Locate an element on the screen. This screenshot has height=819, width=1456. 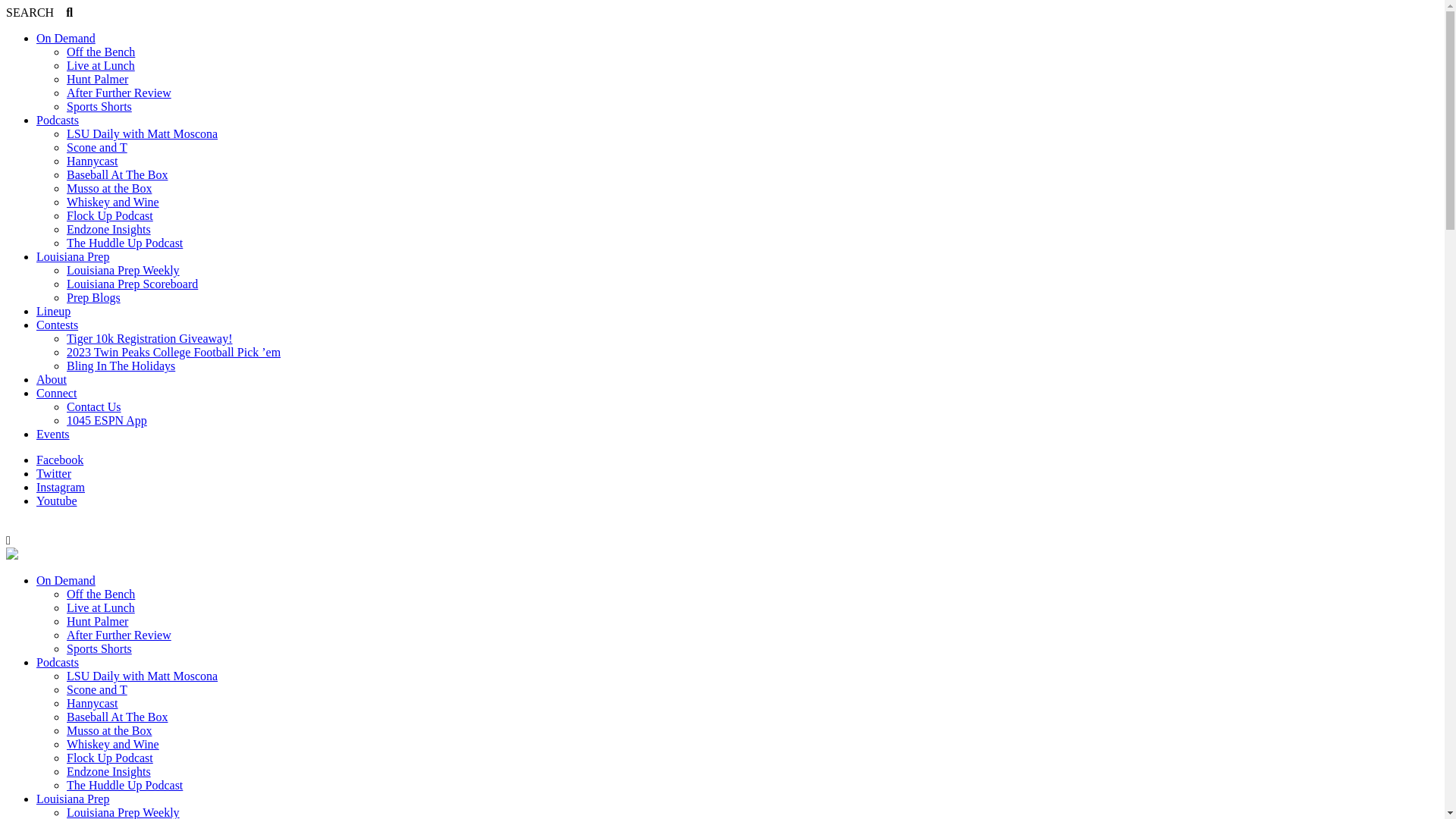
'Lineup' is located at coordinates (53, 310).